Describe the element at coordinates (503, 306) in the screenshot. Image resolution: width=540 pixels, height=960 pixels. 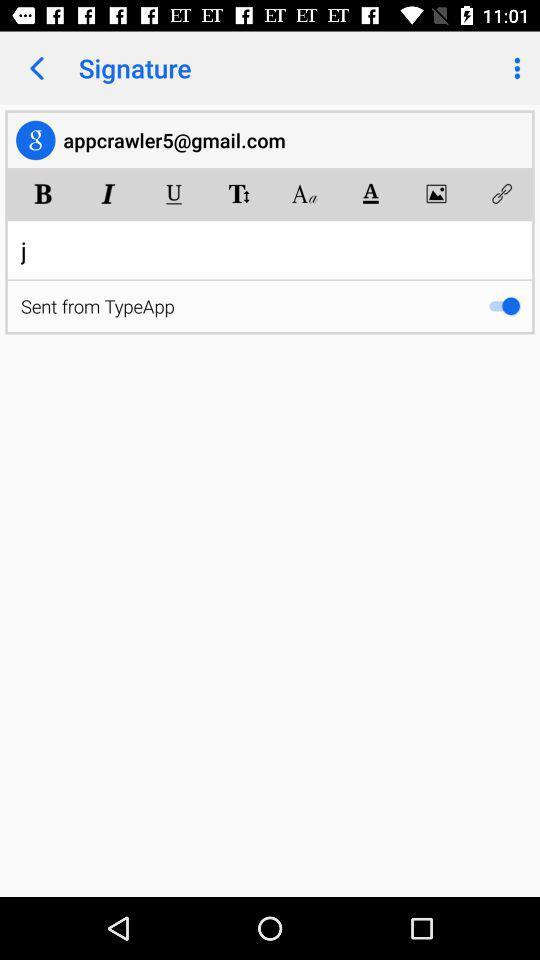
I see `the item below j item` at that location.